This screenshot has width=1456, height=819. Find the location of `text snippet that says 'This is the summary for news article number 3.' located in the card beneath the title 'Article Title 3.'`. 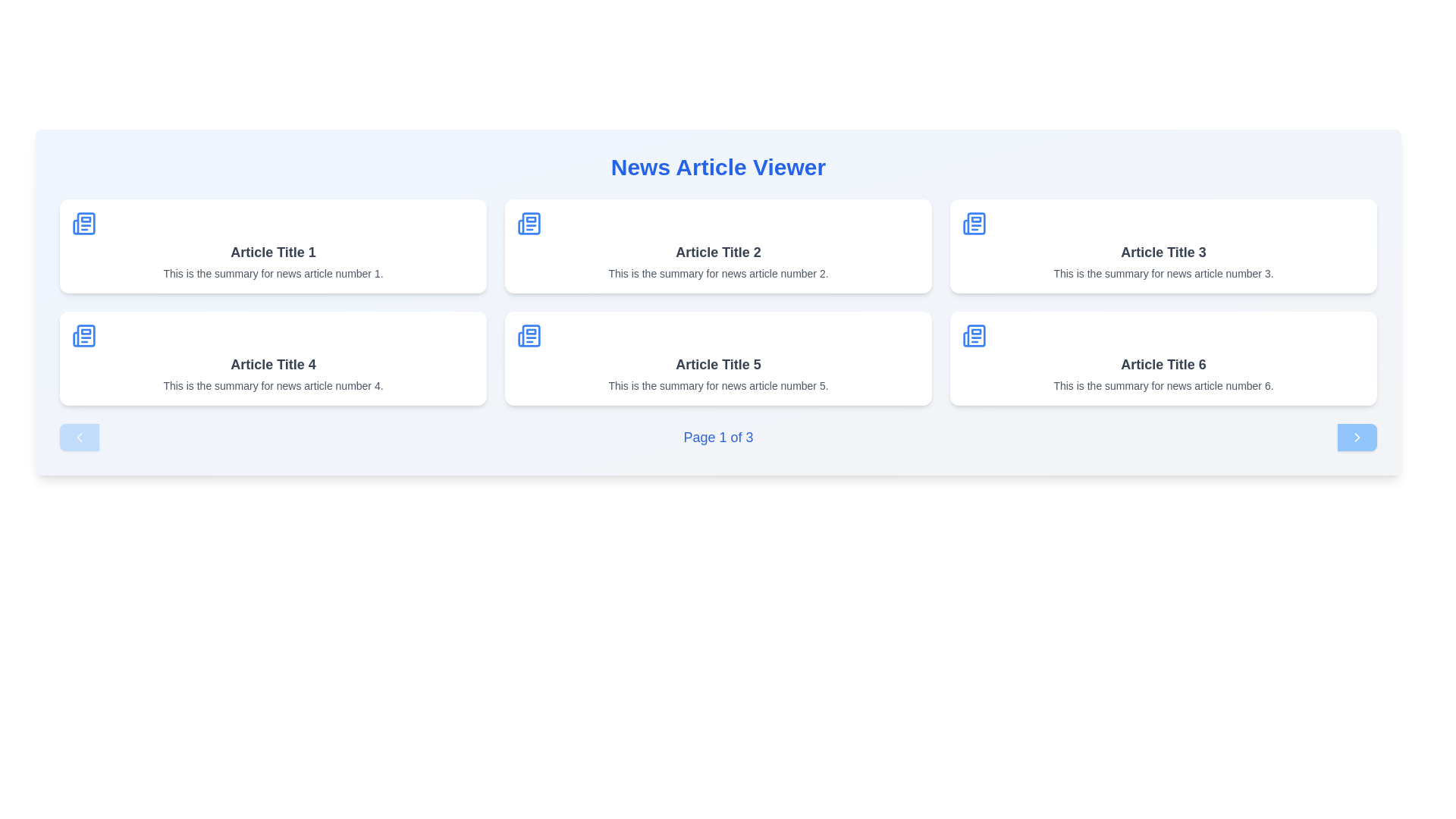

text snippet that says 'This is the summary for news article number 3.' located in the card beneath the title 'Article Title 3.' is located at coordinates (1163, 274).